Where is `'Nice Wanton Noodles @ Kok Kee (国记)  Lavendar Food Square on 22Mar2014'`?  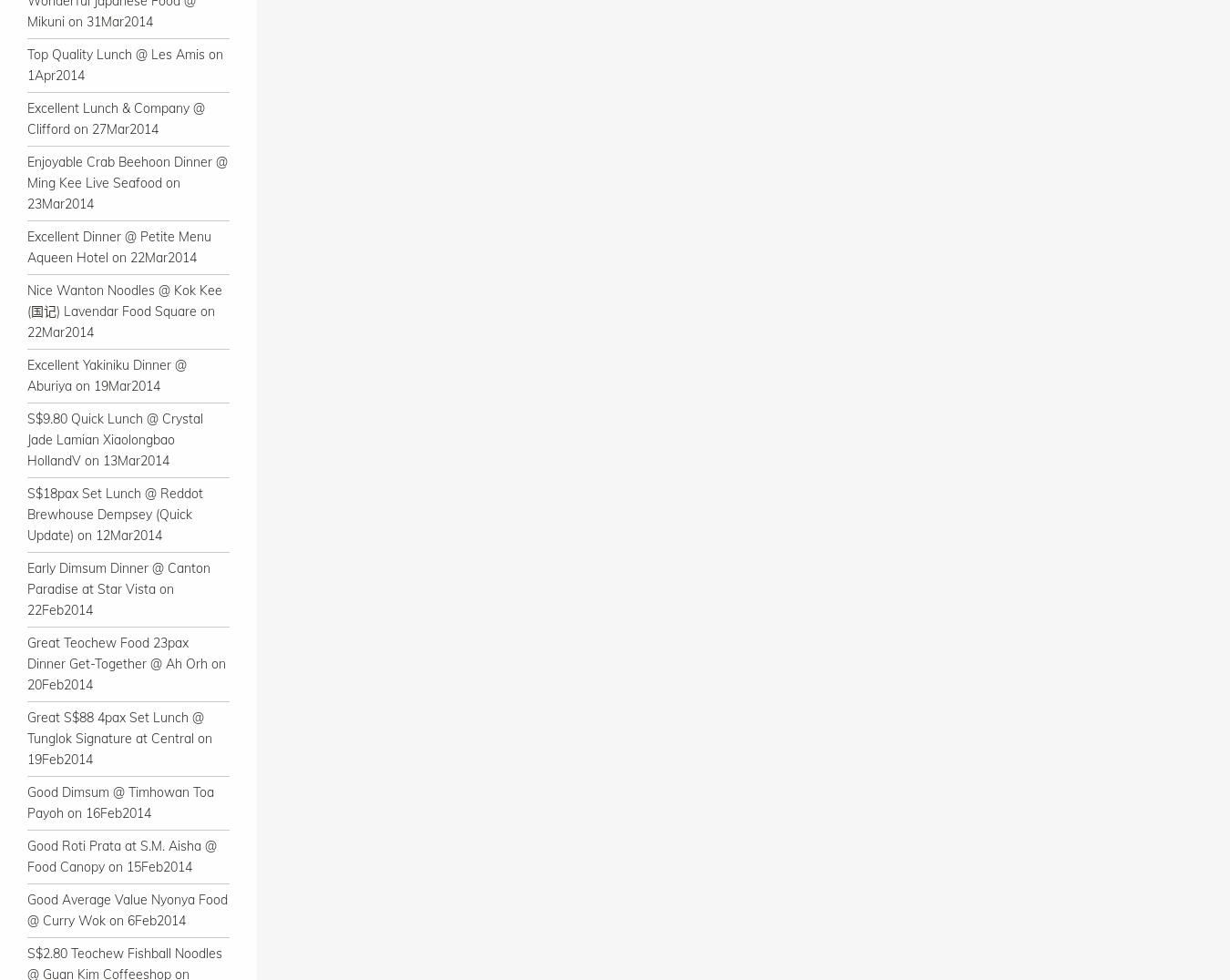
'Nice Wanton Noodles @ Kok Kee (国记)  Lavendar Food Square on 22Mar2014' is located at coordinates (125, 311).